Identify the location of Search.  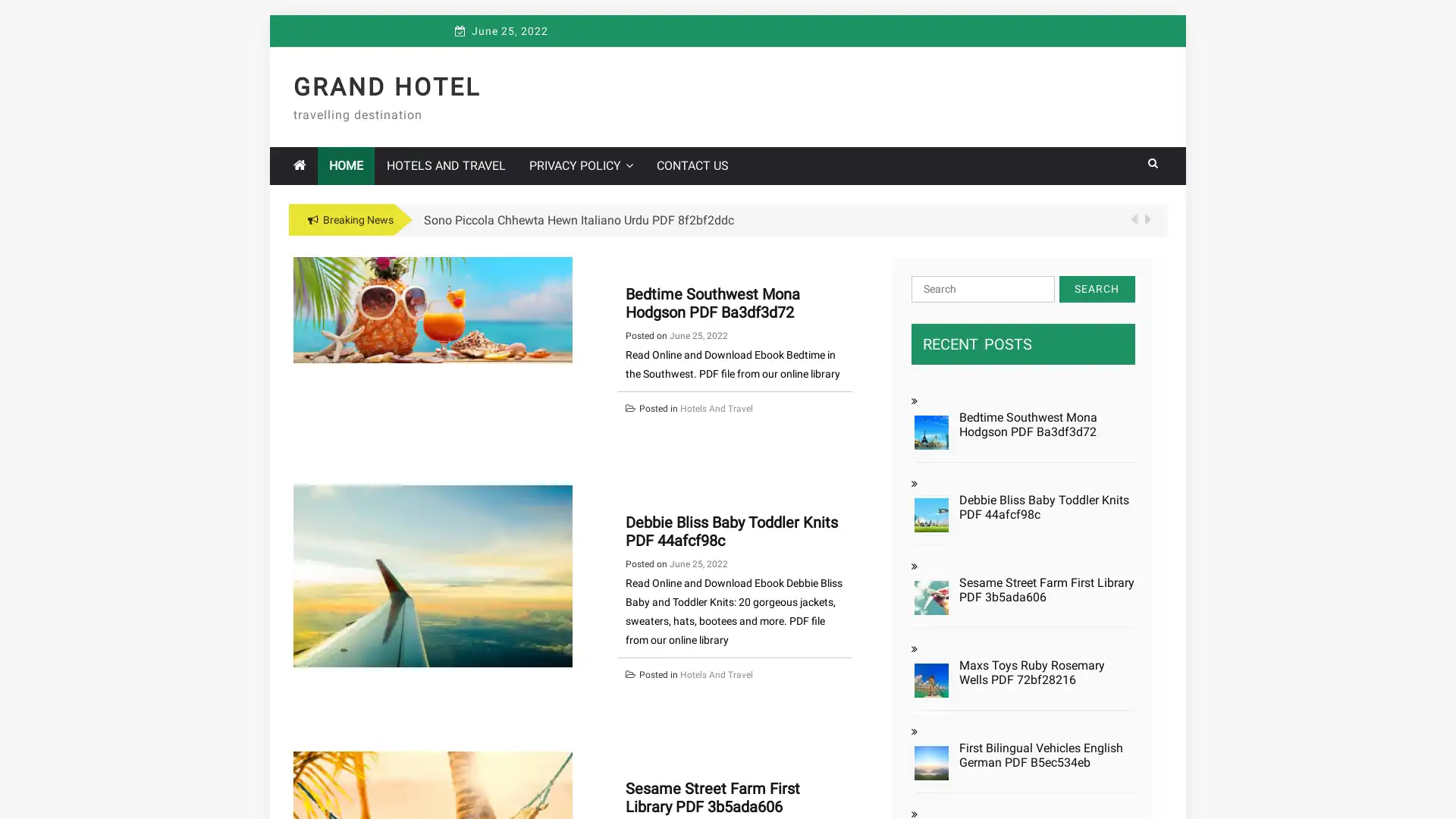
(1096, 288).